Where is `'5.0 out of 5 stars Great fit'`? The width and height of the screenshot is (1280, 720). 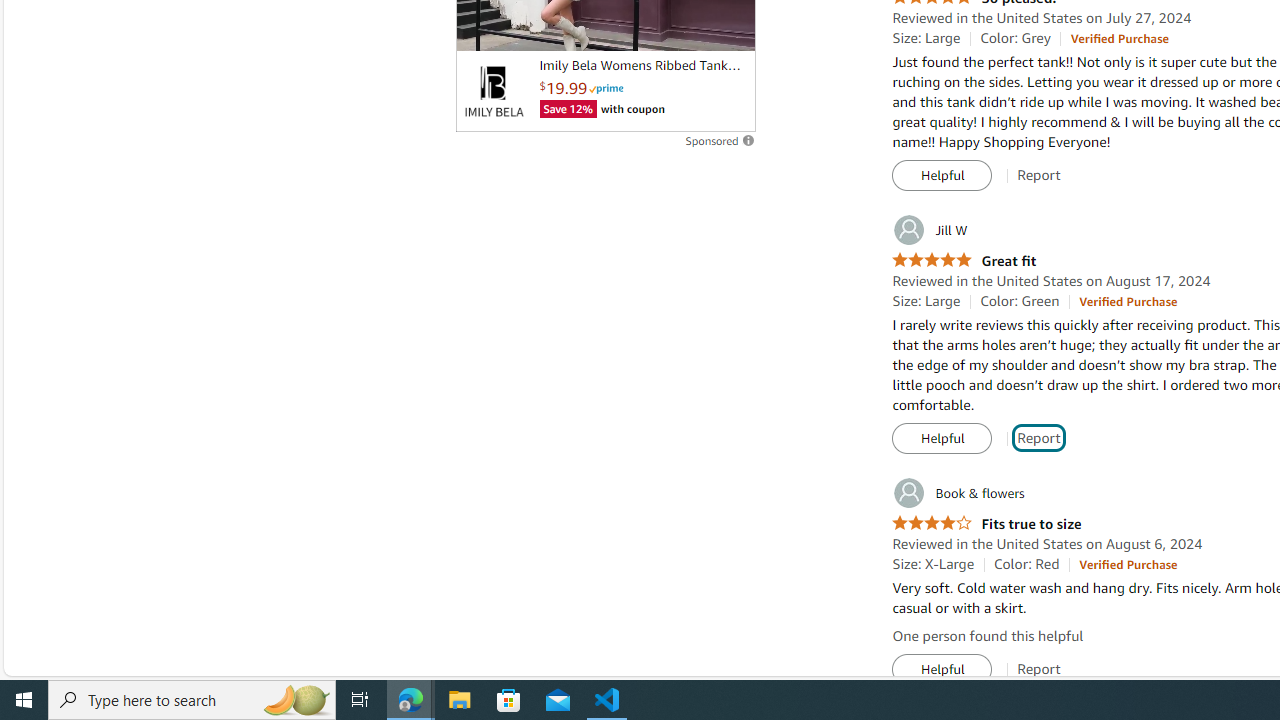
'5.0 out of 5 stars Great fit' is located at coordinates (964, 260).